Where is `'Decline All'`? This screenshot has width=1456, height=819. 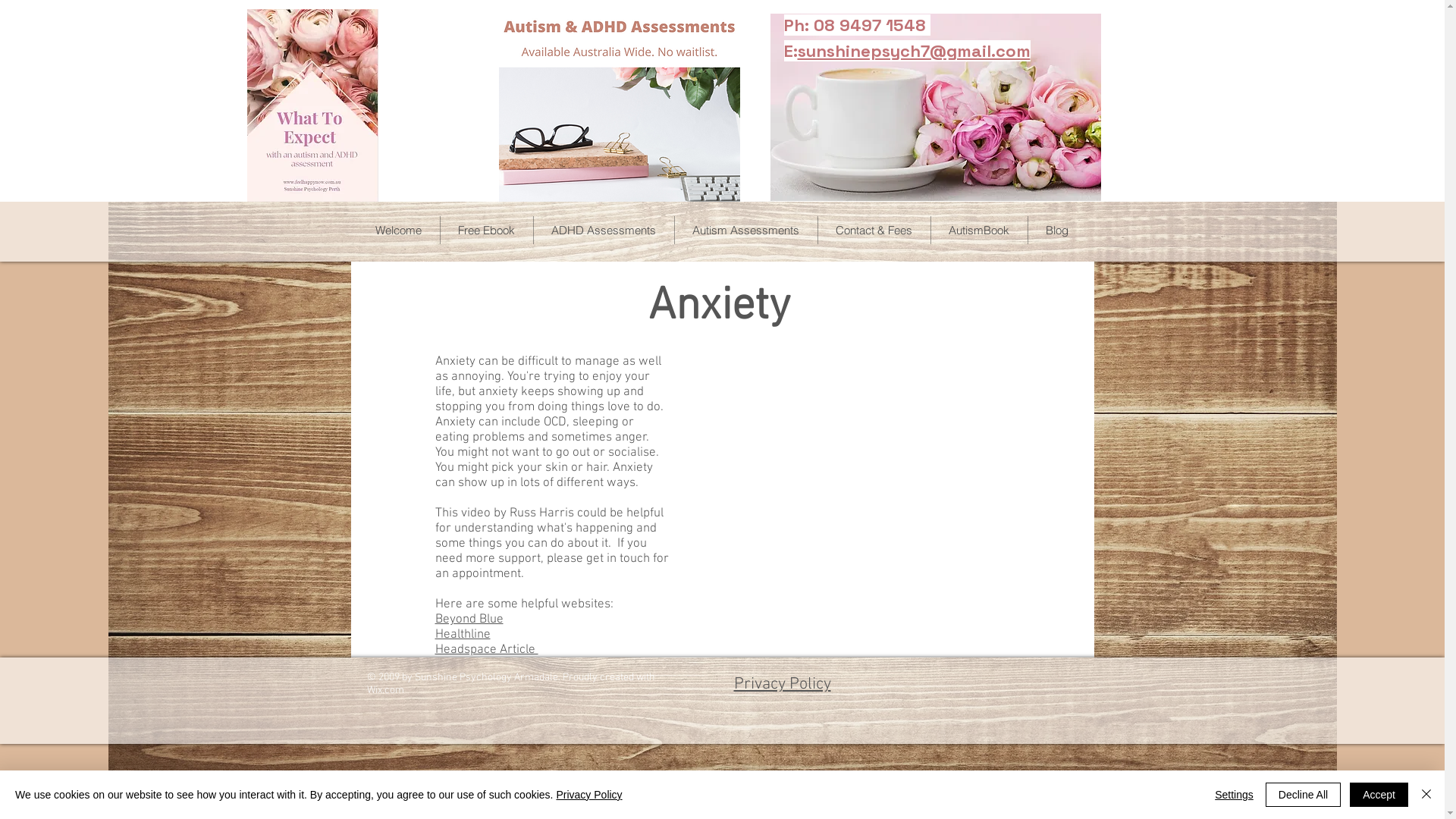
'Decline All' is located at coordinates (1302, 794).